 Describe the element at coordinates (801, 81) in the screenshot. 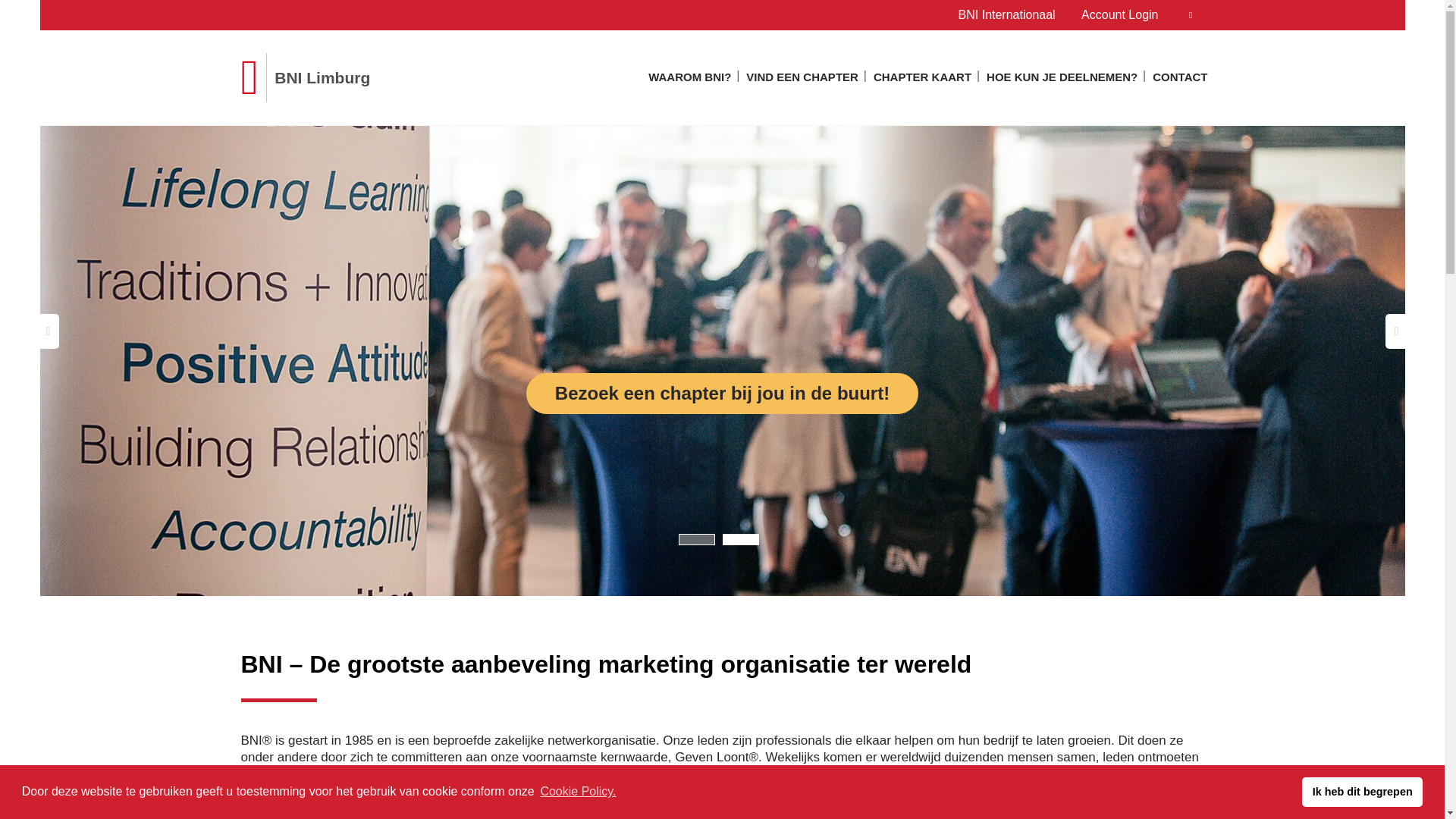

I see `'VIND EEN CHAPTER'` at that location.